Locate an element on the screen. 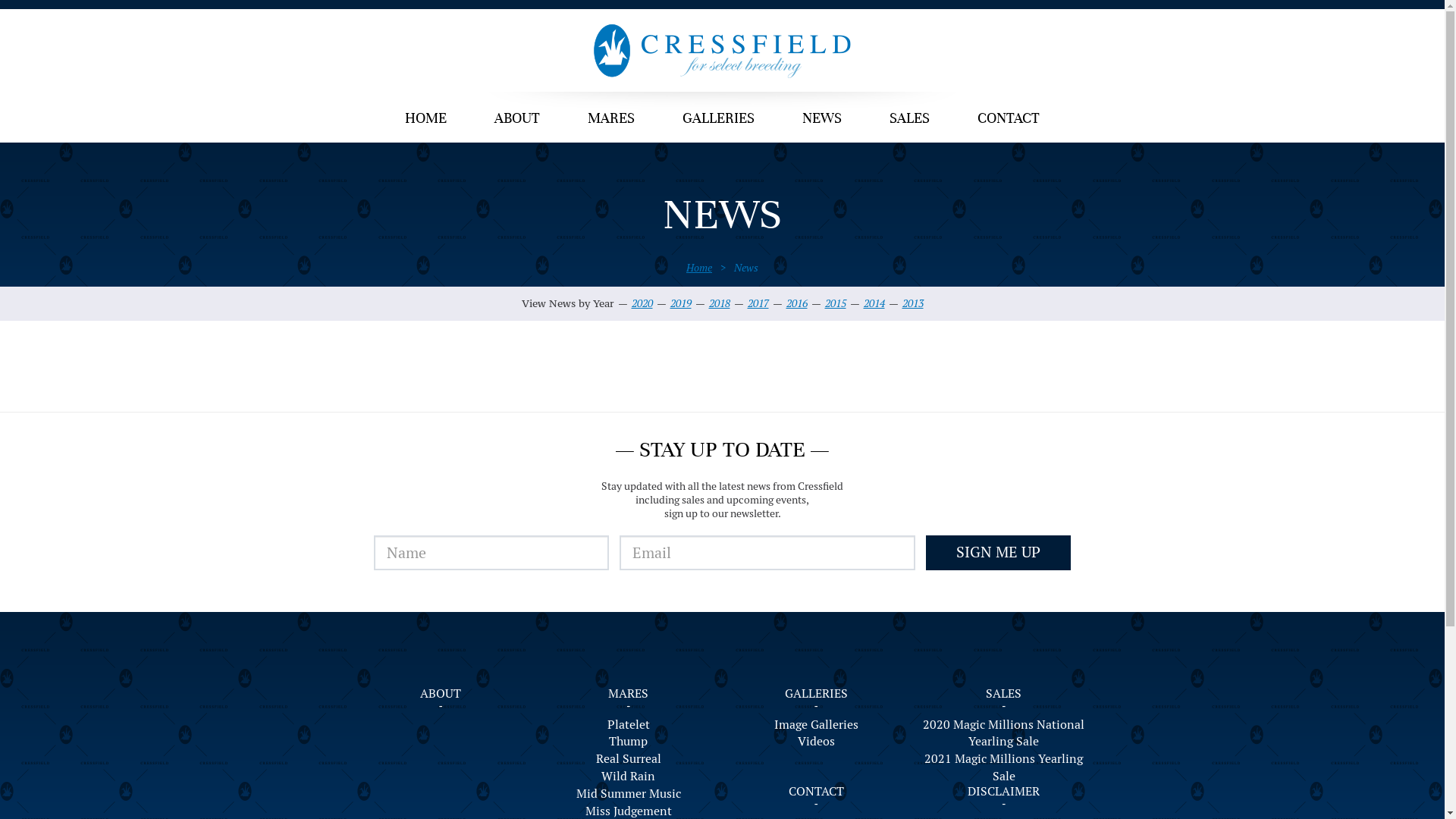 This screenshot has width=1456, height=819. 'CONTACT' is located at coordinates (815, 790).